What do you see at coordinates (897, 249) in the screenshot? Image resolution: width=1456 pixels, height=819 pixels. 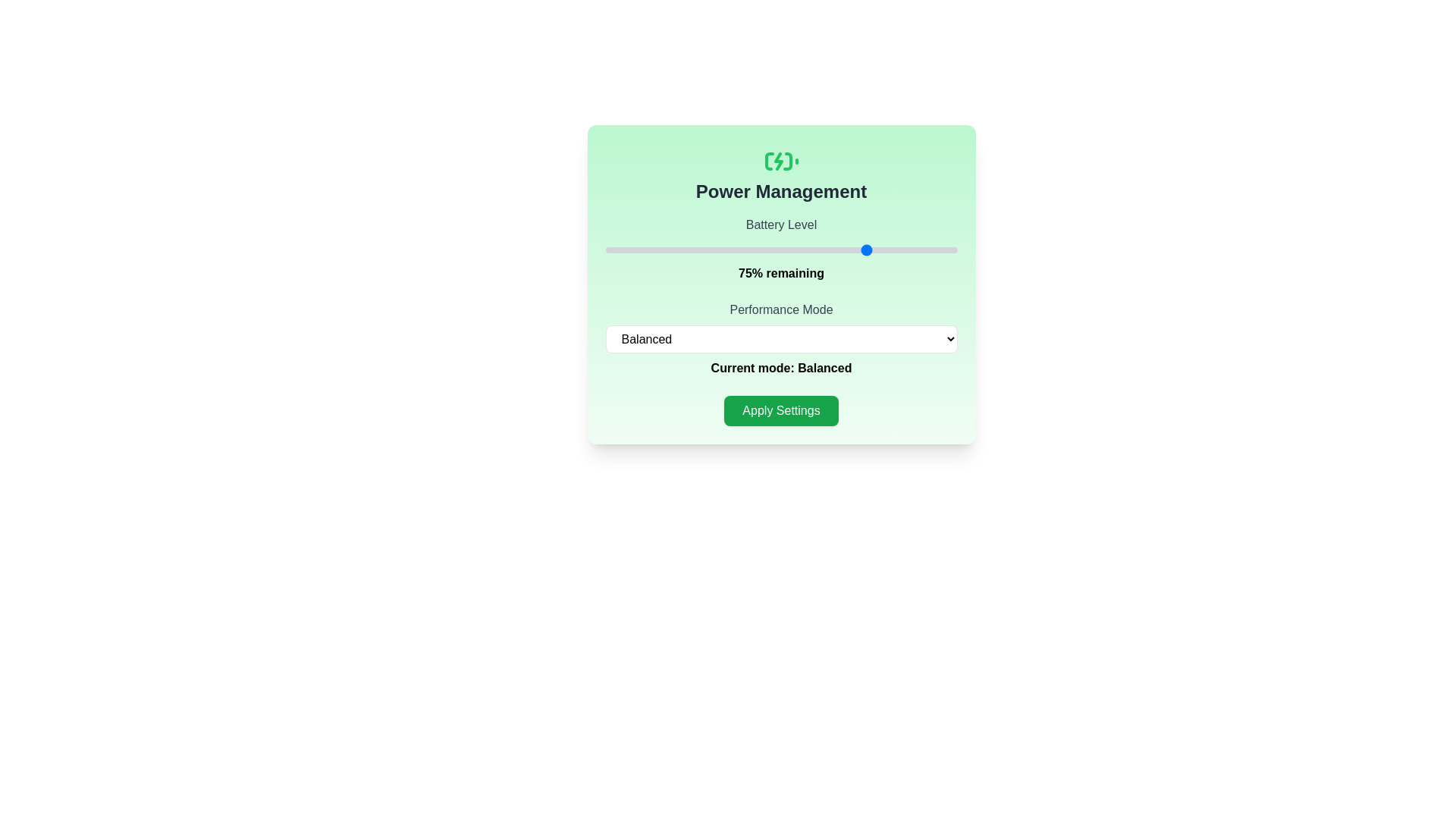 I see `the battery level to 83% by interacting with the slider` at bounding box center [897, 249].